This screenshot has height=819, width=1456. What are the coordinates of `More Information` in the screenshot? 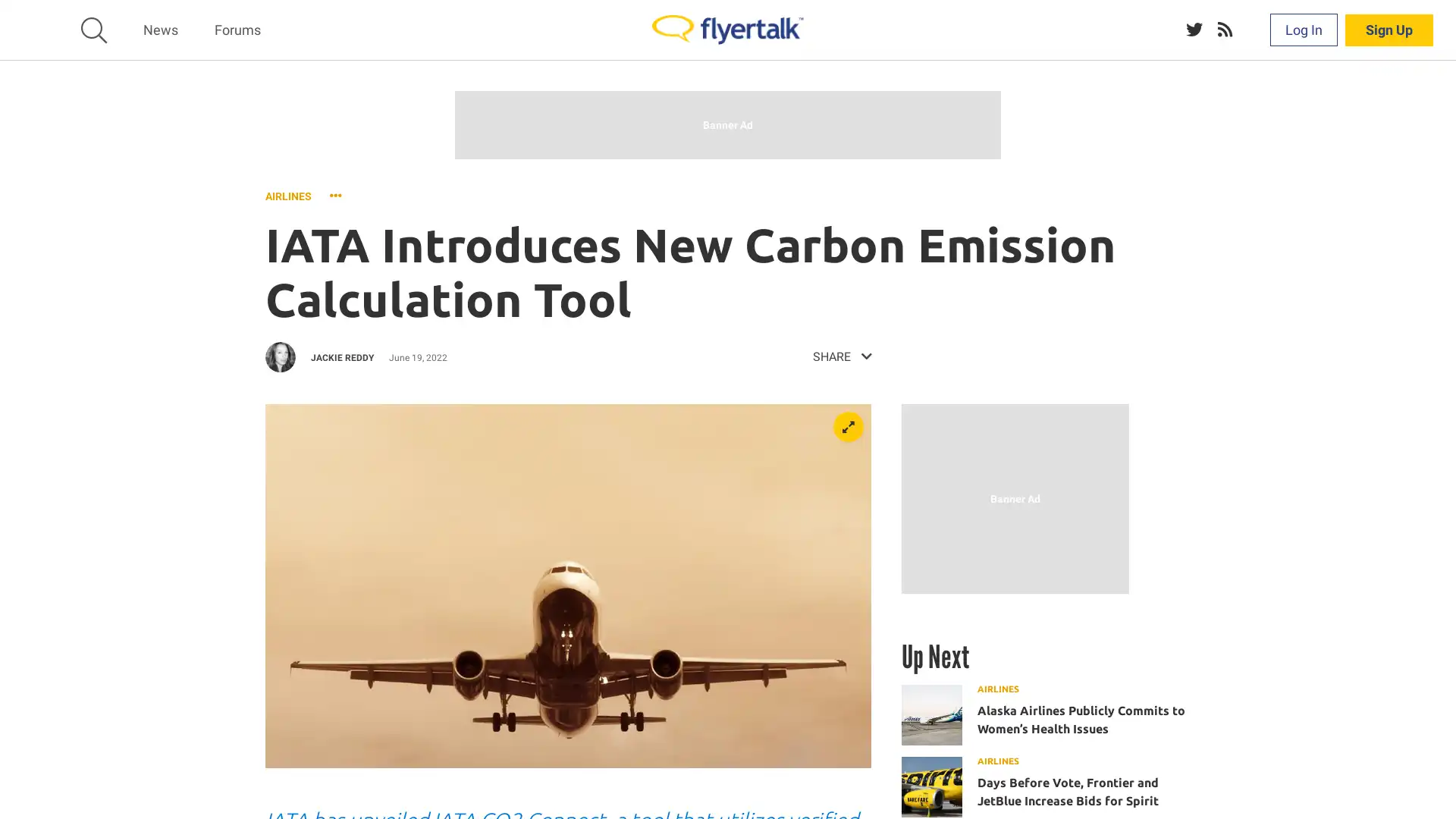 It's located at (854, 789).